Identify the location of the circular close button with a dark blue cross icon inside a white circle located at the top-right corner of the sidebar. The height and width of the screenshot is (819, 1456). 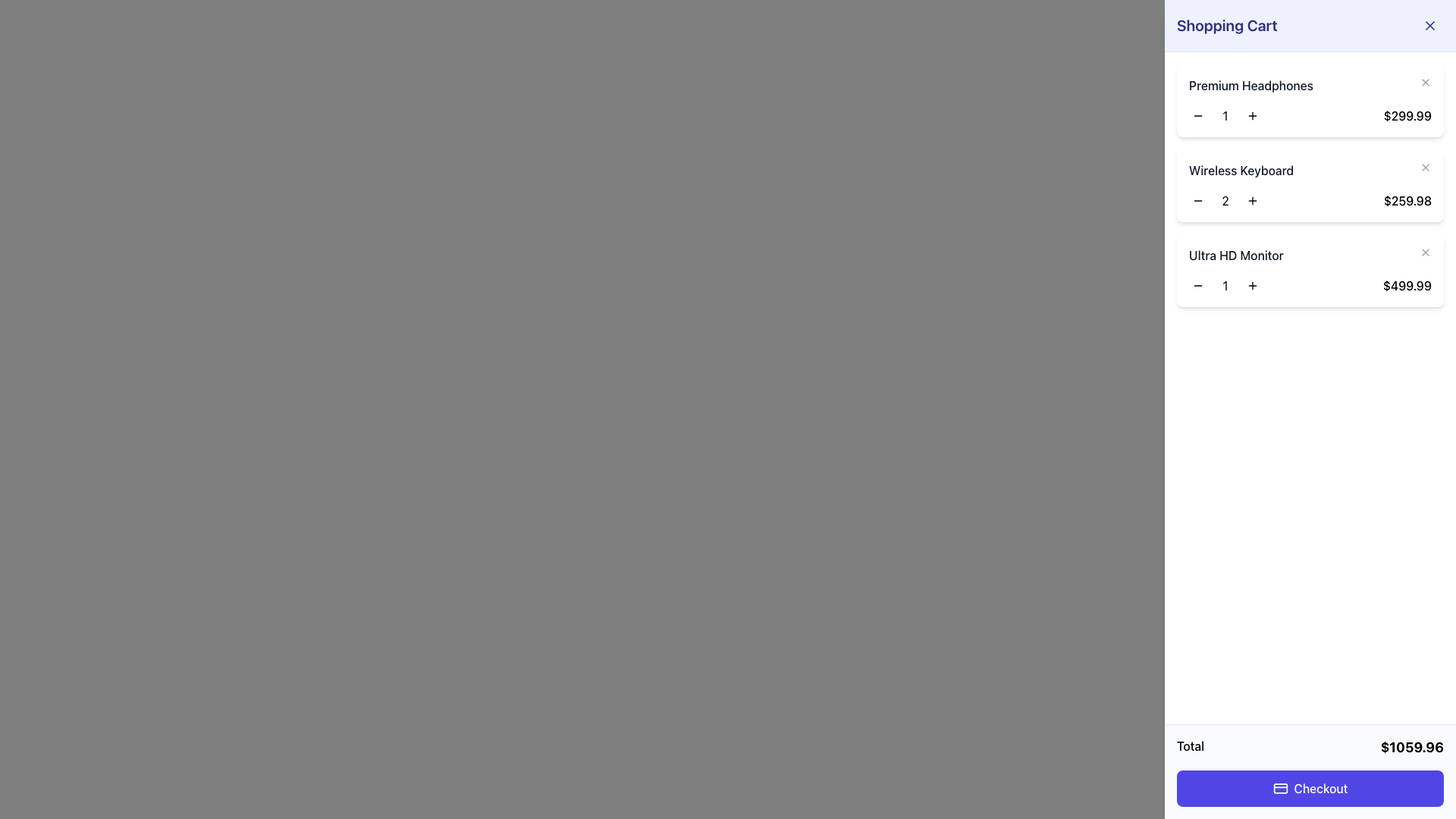
(1427, 27).